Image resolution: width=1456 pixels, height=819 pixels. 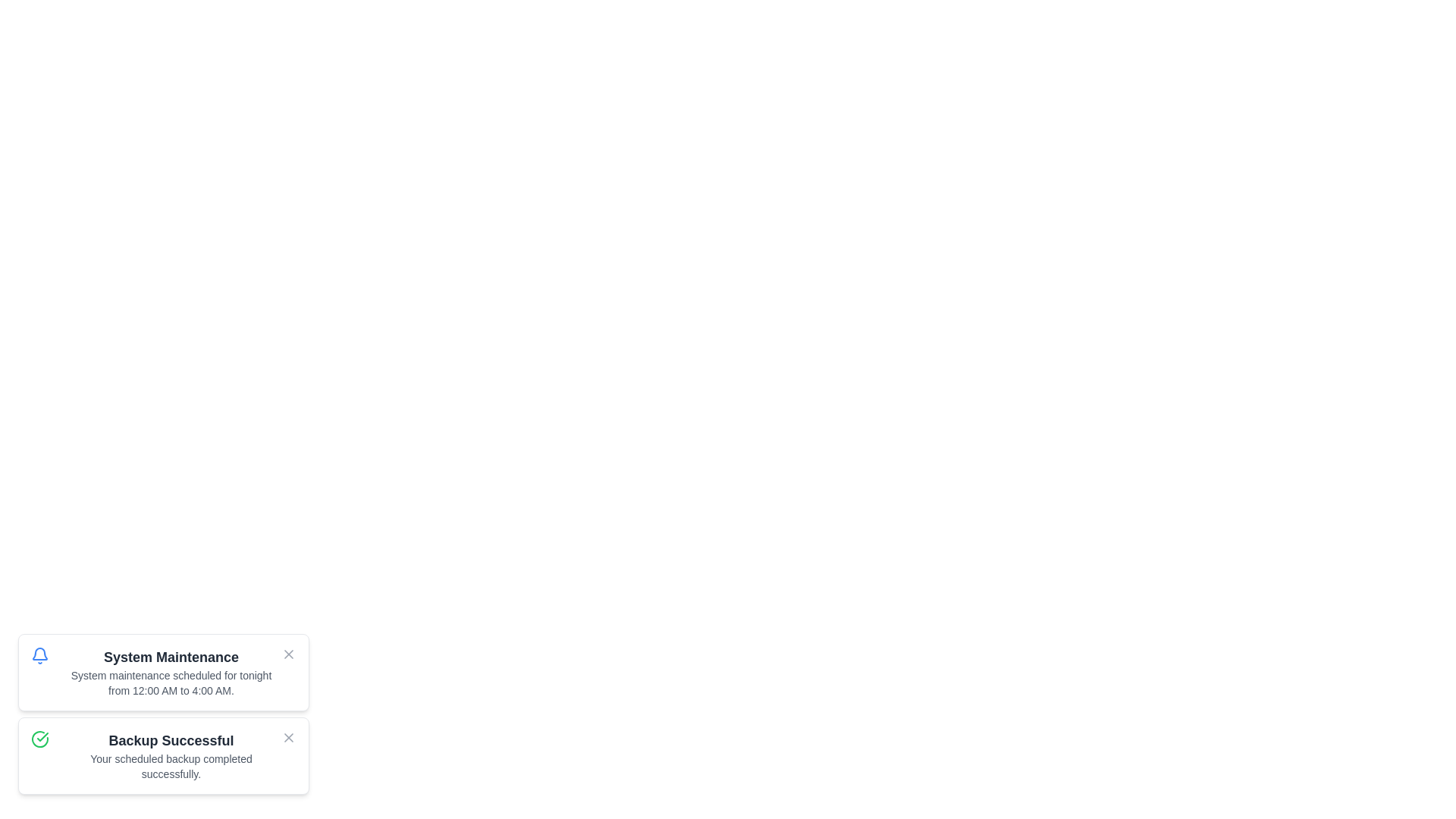 I want to click on the backup successful icon located in the bottom notification card, positioned at the leftmost side near the text content, so click(x=39, y=739).